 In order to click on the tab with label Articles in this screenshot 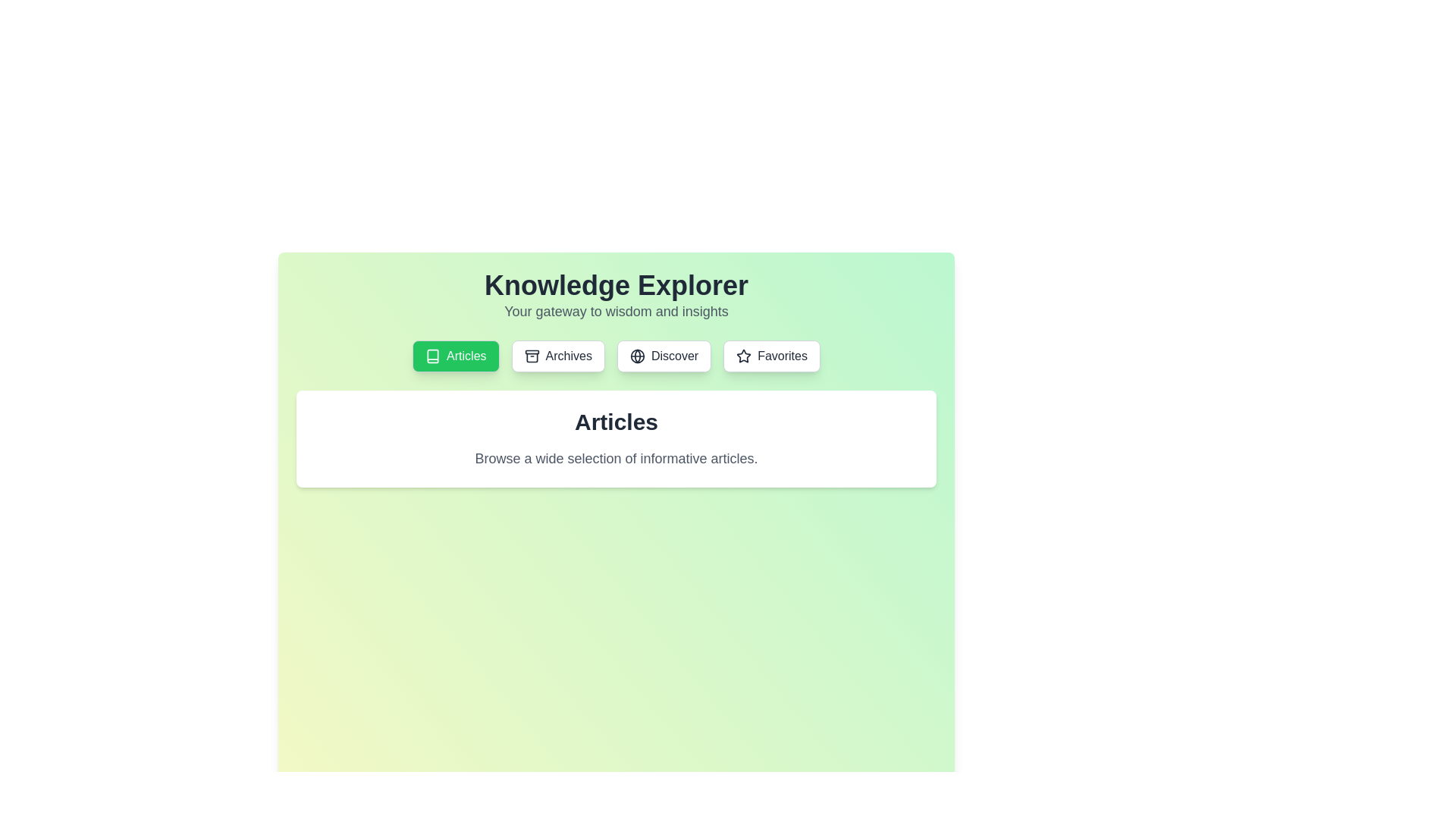, I will do `click(455, 356)`.